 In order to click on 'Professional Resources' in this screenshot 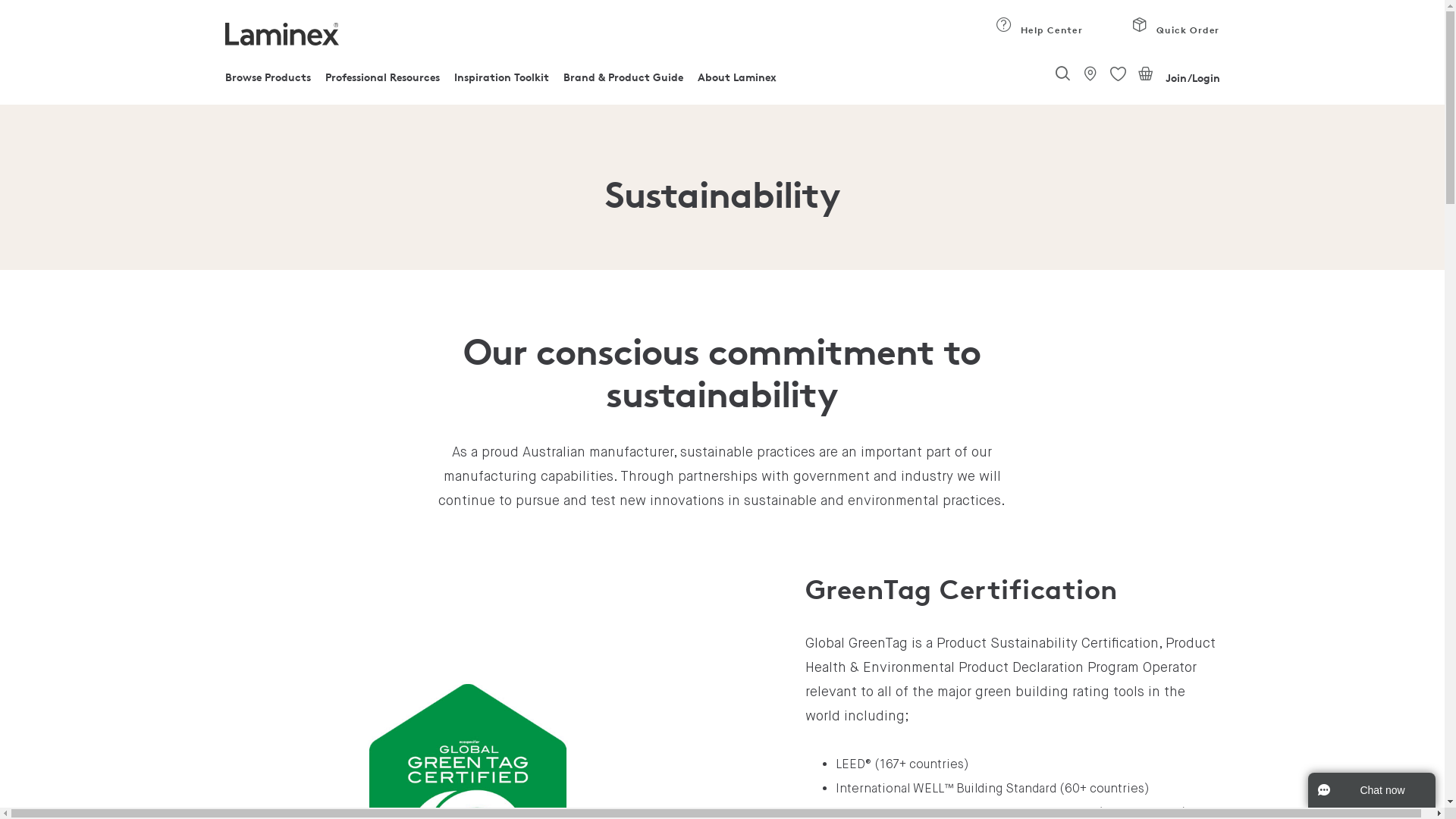, I will do `click(382, 81)`.